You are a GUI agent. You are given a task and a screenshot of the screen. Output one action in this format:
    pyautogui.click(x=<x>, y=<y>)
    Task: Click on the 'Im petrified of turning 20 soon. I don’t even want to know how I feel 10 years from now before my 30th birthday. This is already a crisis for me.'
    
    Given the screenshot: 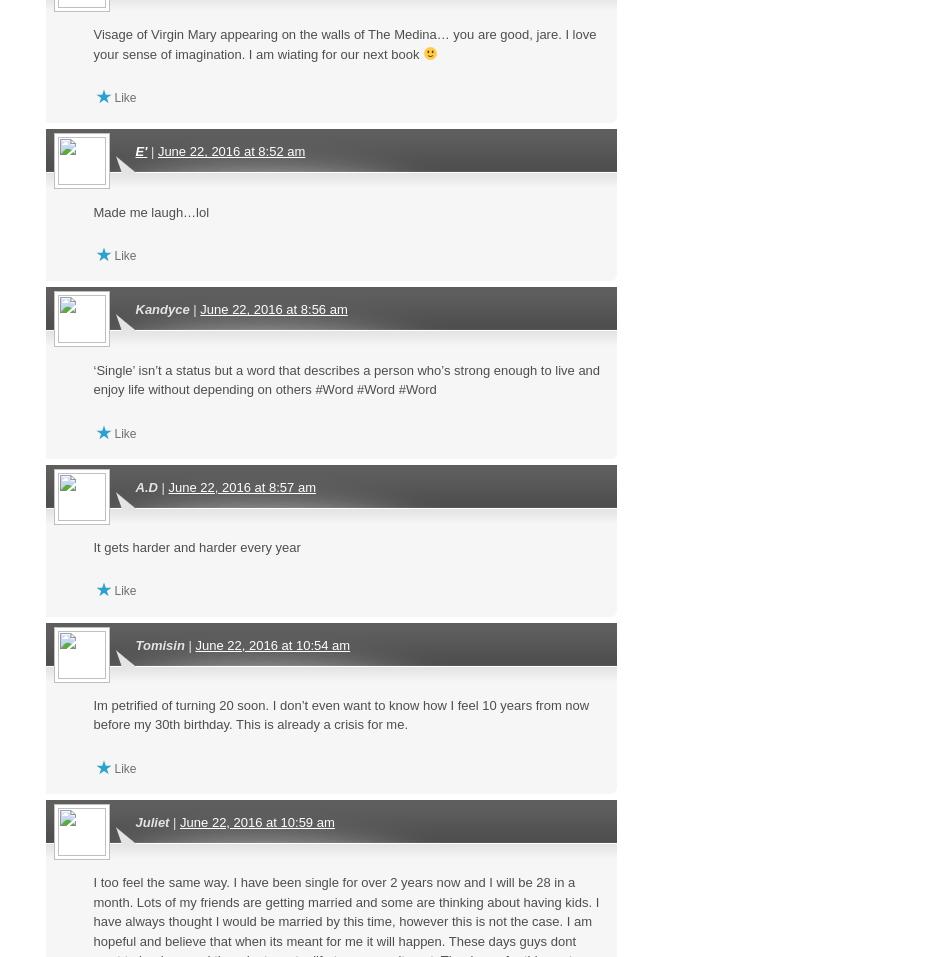 What is the action you would take?
    pyautogui.click(x=341, y=714)
    